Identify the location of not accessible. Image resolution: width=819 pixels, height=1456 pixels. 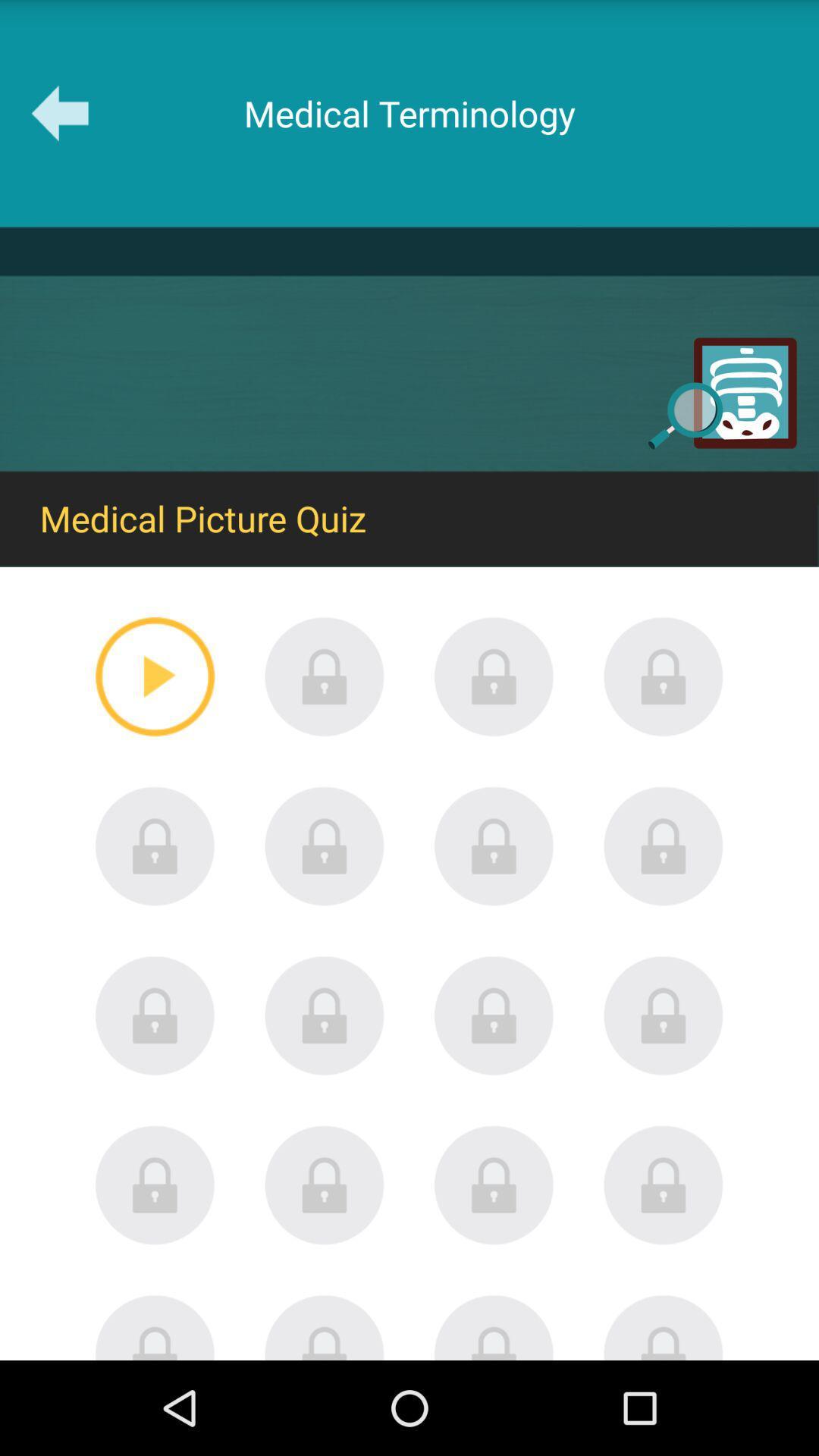
(494, 846).